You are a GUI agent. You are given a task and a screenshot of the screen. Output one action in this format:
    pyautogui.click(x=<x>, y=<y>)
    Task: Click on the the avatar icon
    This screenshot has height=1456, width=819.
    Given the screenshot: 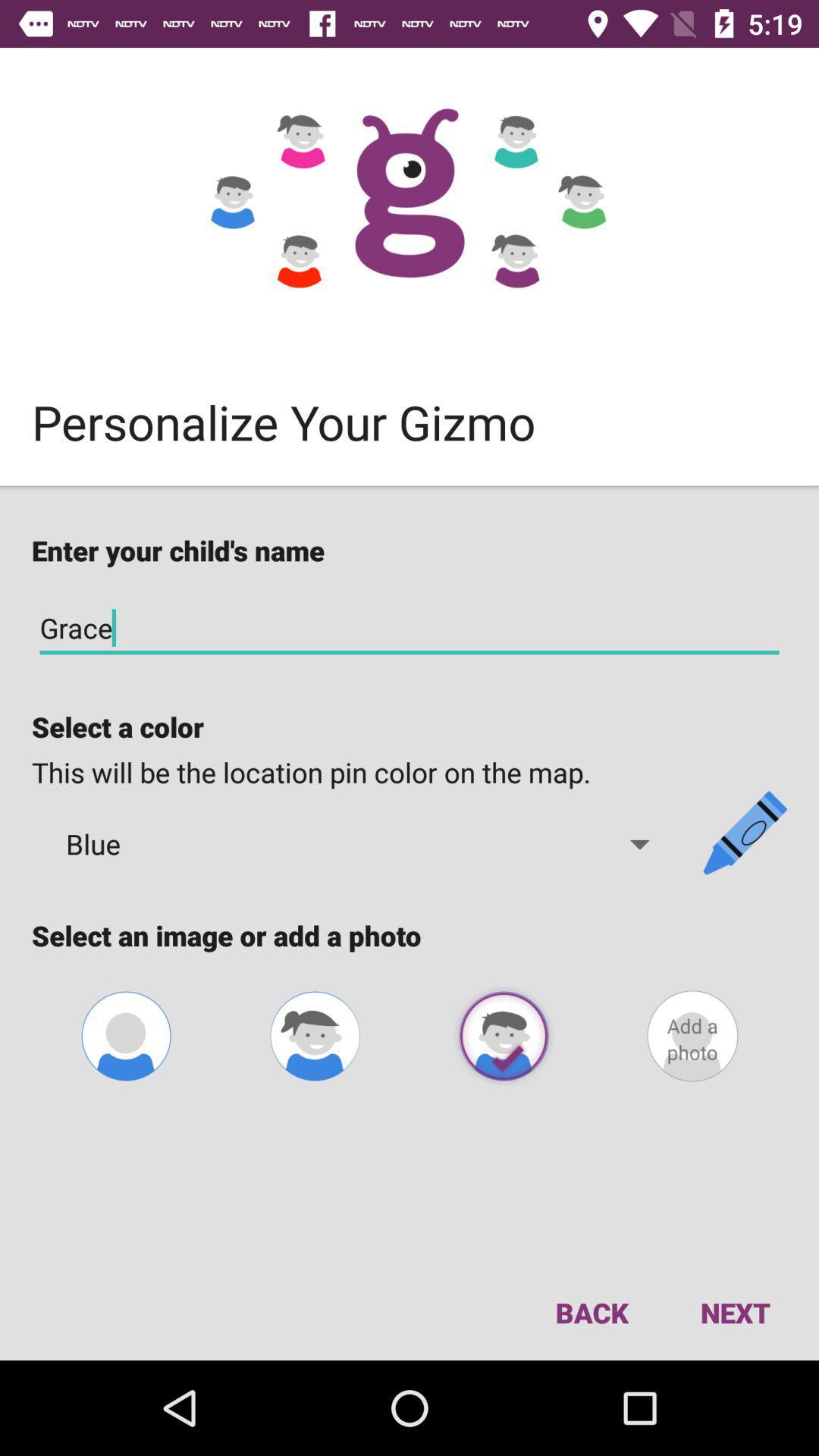 What is the action you would take?
    pyautogui.click(x=692, y=1035)
    